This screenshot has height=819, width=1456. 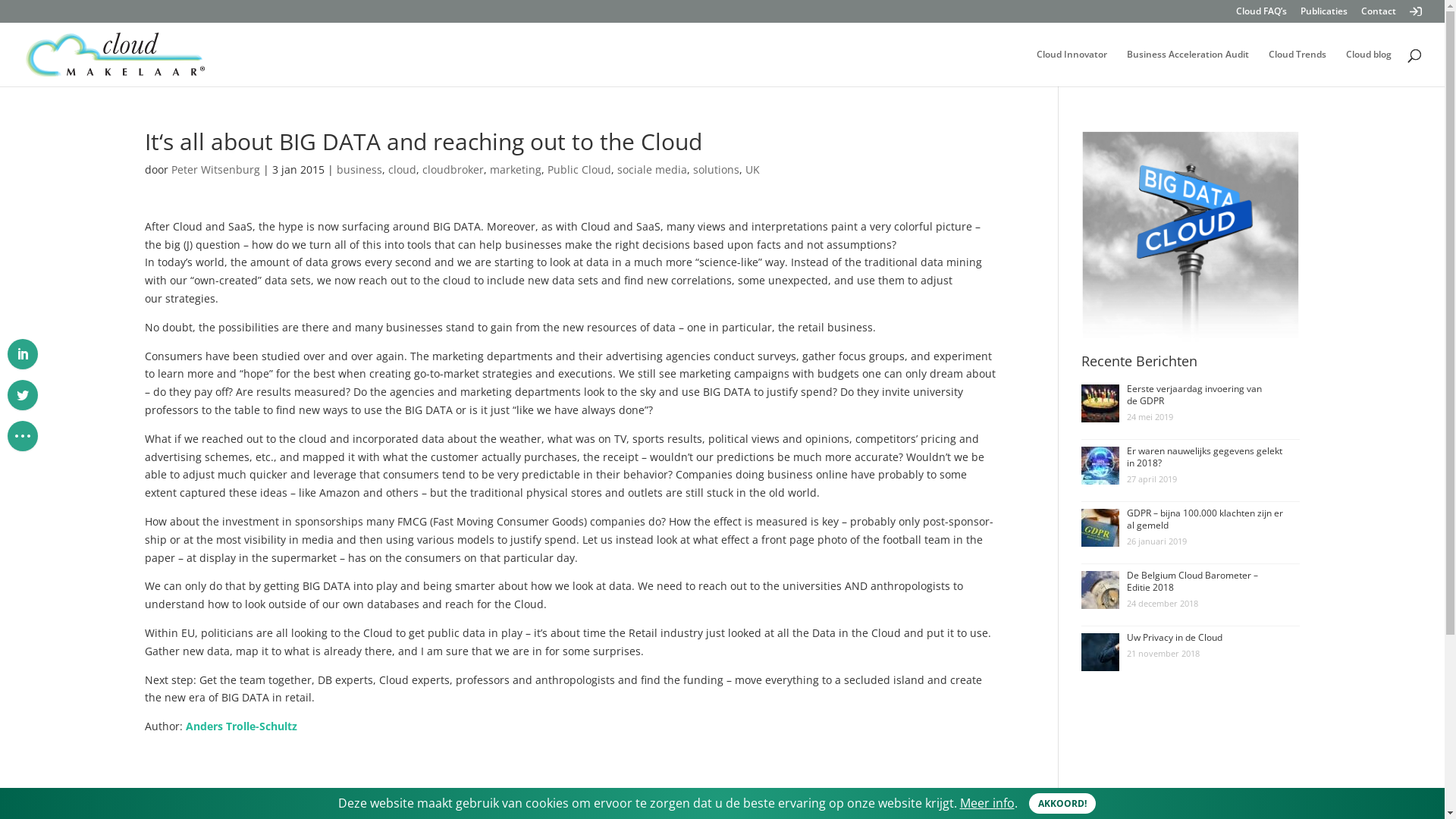 What do you see at coordinates (987, 802) in the screenshot?
I see `'Meer info'` at bounding box center [987, 802].